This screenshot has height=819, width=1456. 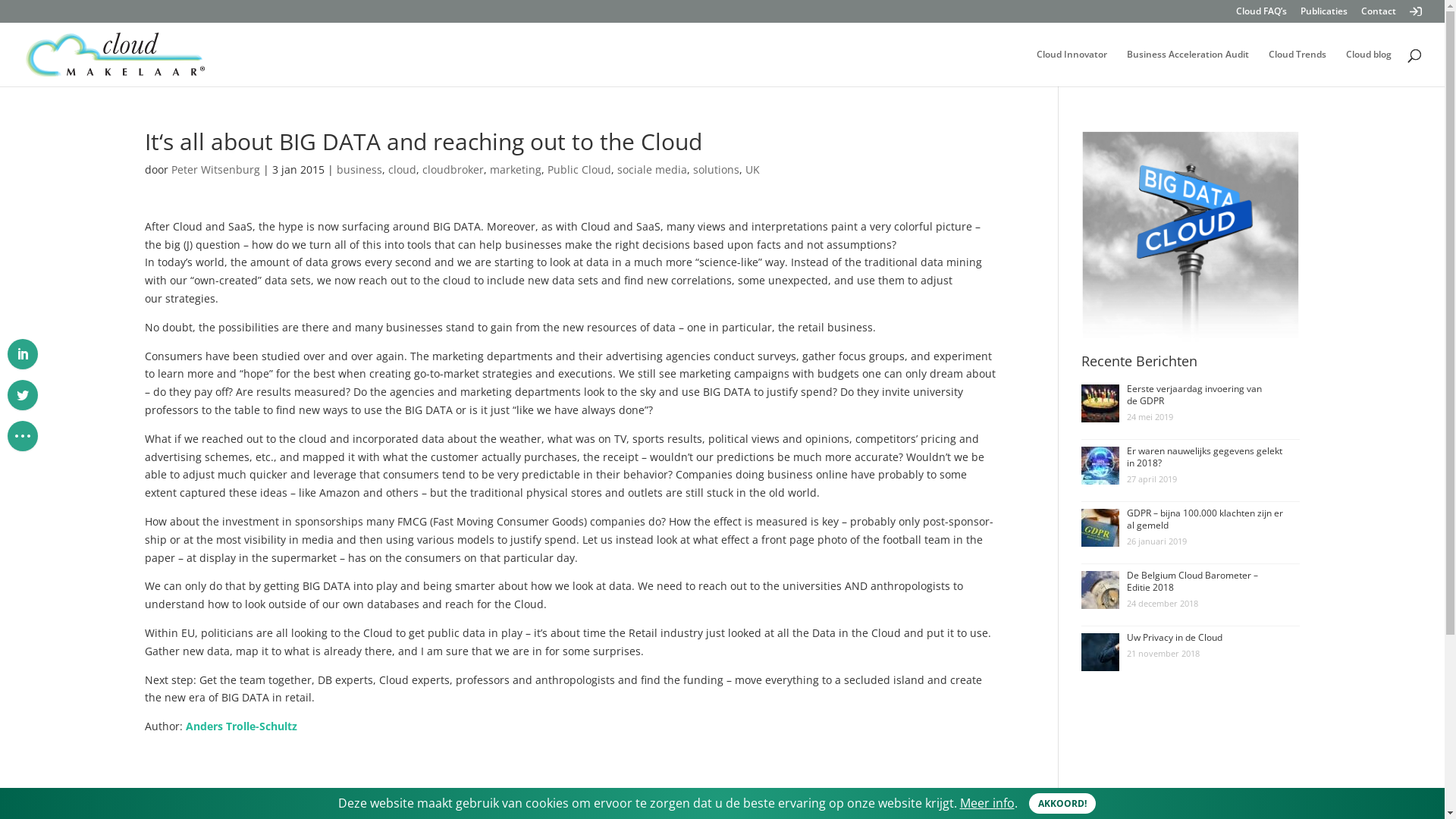 What do you see at coordinates (987, 802) in the screenshot?
I see `'Meer info'` at bounding box center [987, 802].